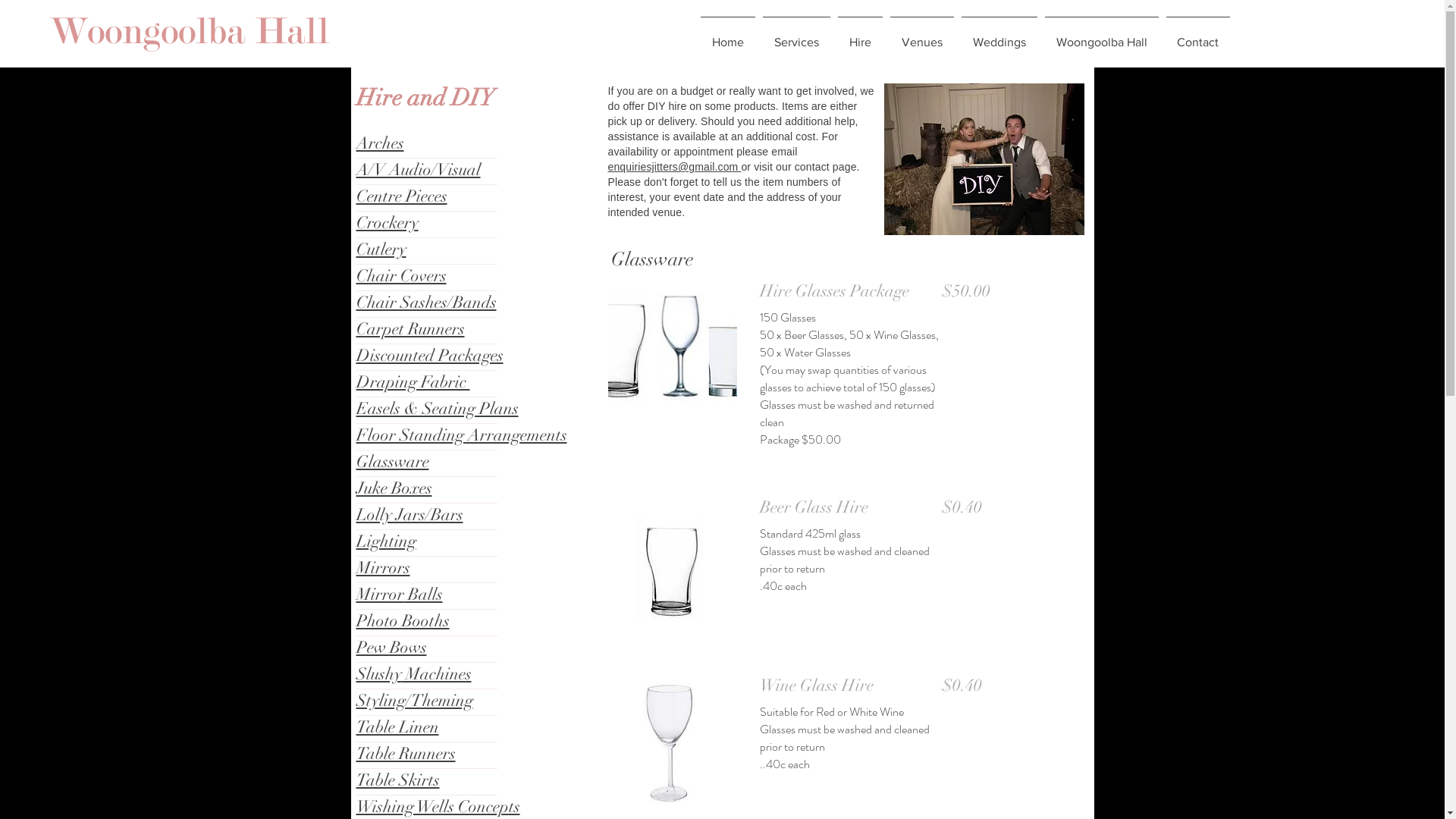 The image size is (1456, 819). I want to click on 'Pew Bows', so click(391, 647).